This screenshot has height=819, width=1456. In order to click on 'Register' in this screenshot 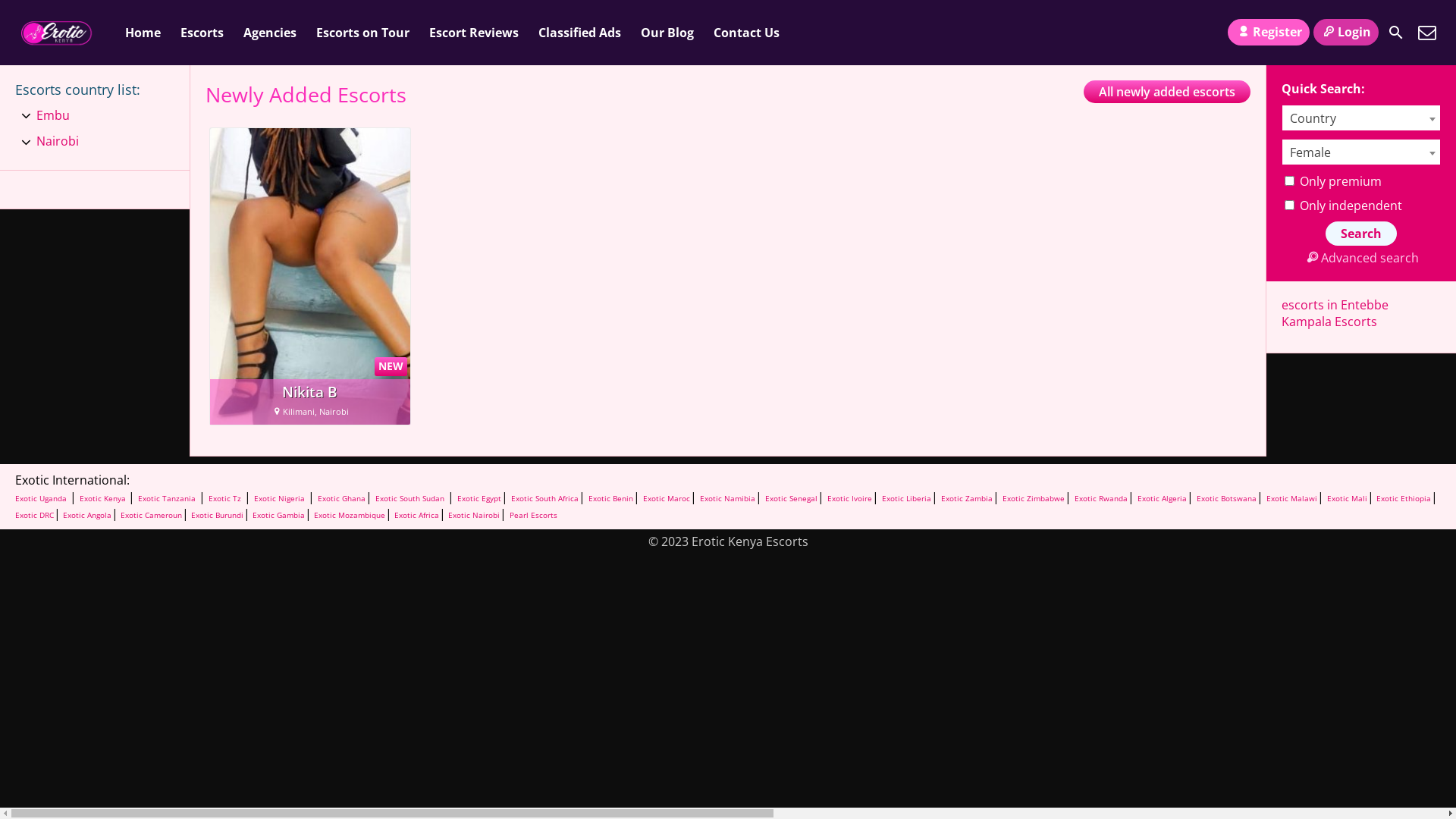, I will do `click(1268, 32)`.